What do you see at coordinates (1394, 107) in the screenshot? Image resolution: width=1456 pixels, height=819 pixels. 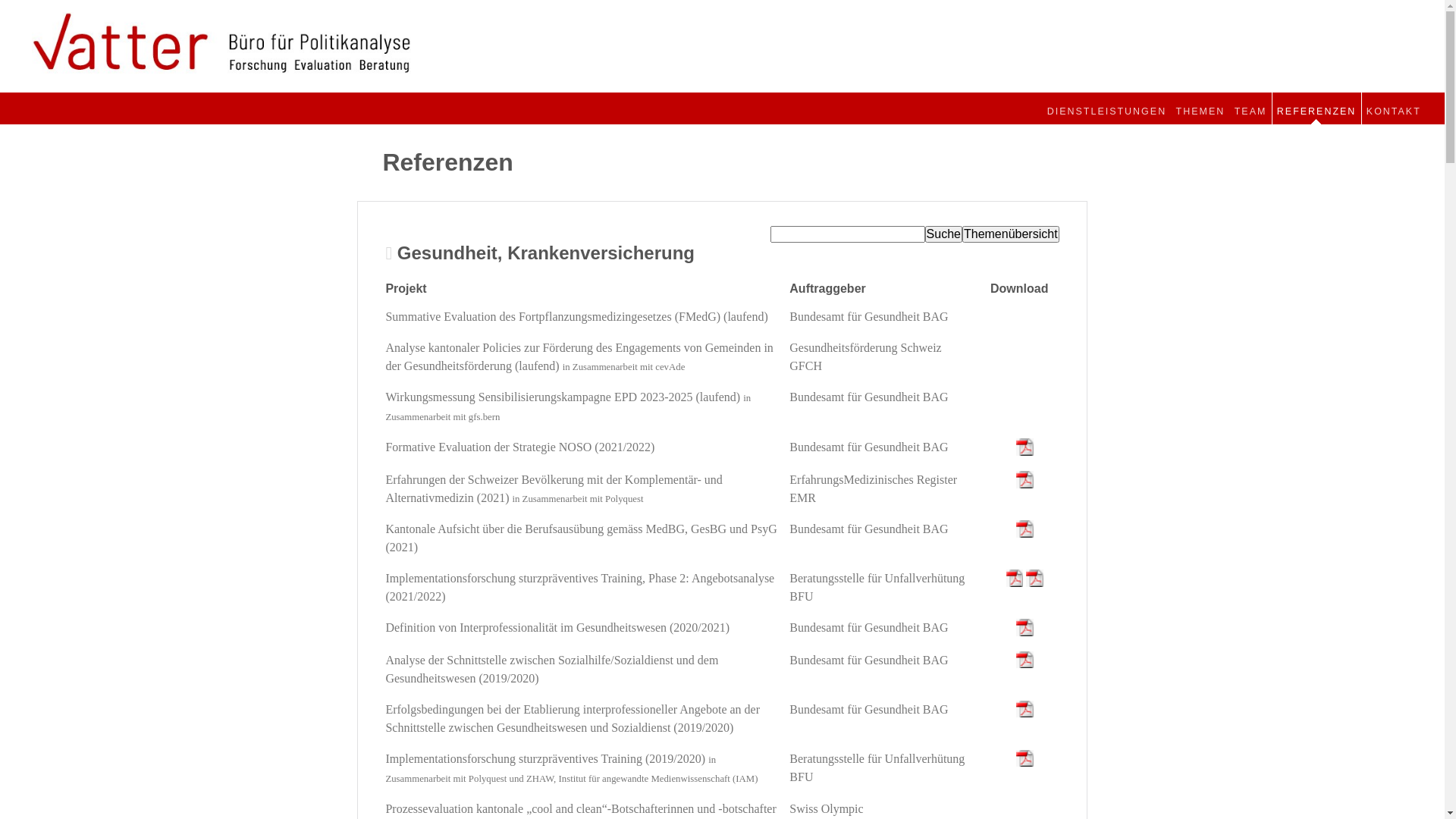 I see `'KONTAKT'` at bounding box center [1394, 107].